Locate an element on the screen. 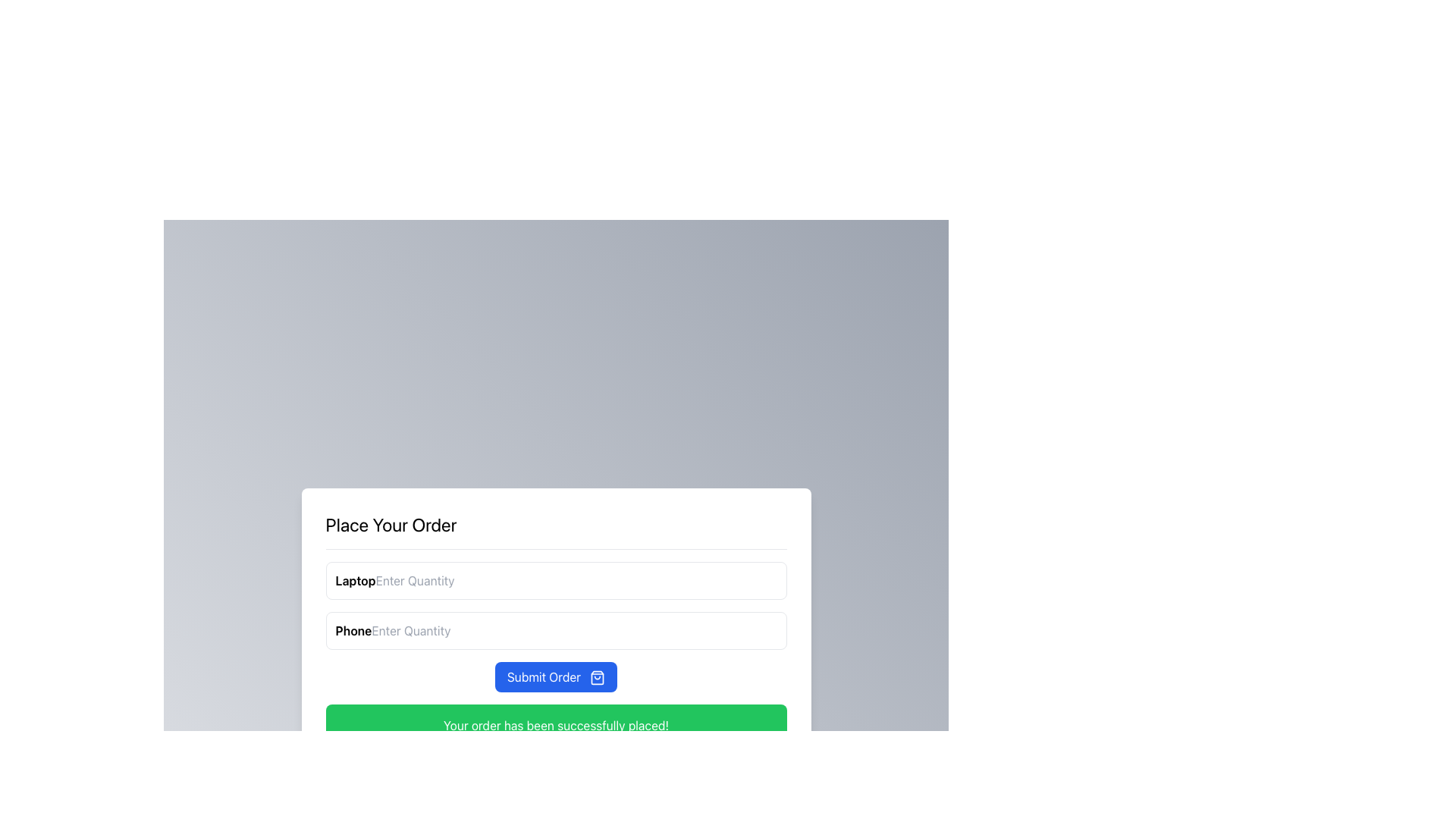 Image resolution: width=1456 pixels, height=819 pixels. notification message displayed in the Notification Banner that indicates the order submission was successful is located at coordinates (555, 724).